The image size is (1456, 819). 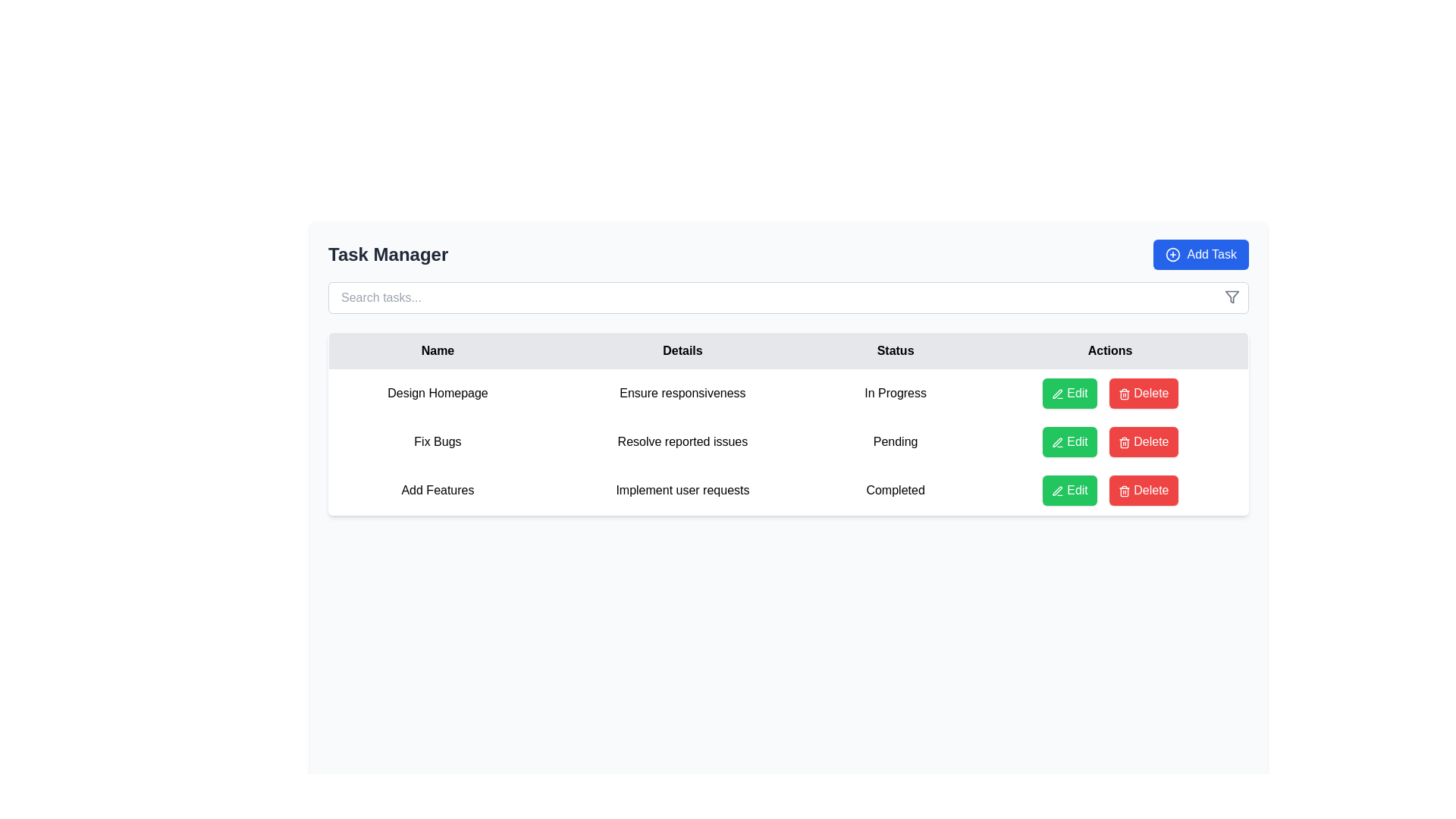 What do you see at coordinates (896, 350) in the screenshot?
I see `the Table Header Cell containing the text 'Status', which is styled in bold black font on a light gray background and is part of the header row of a table layout` at bounding box center [896, 350].